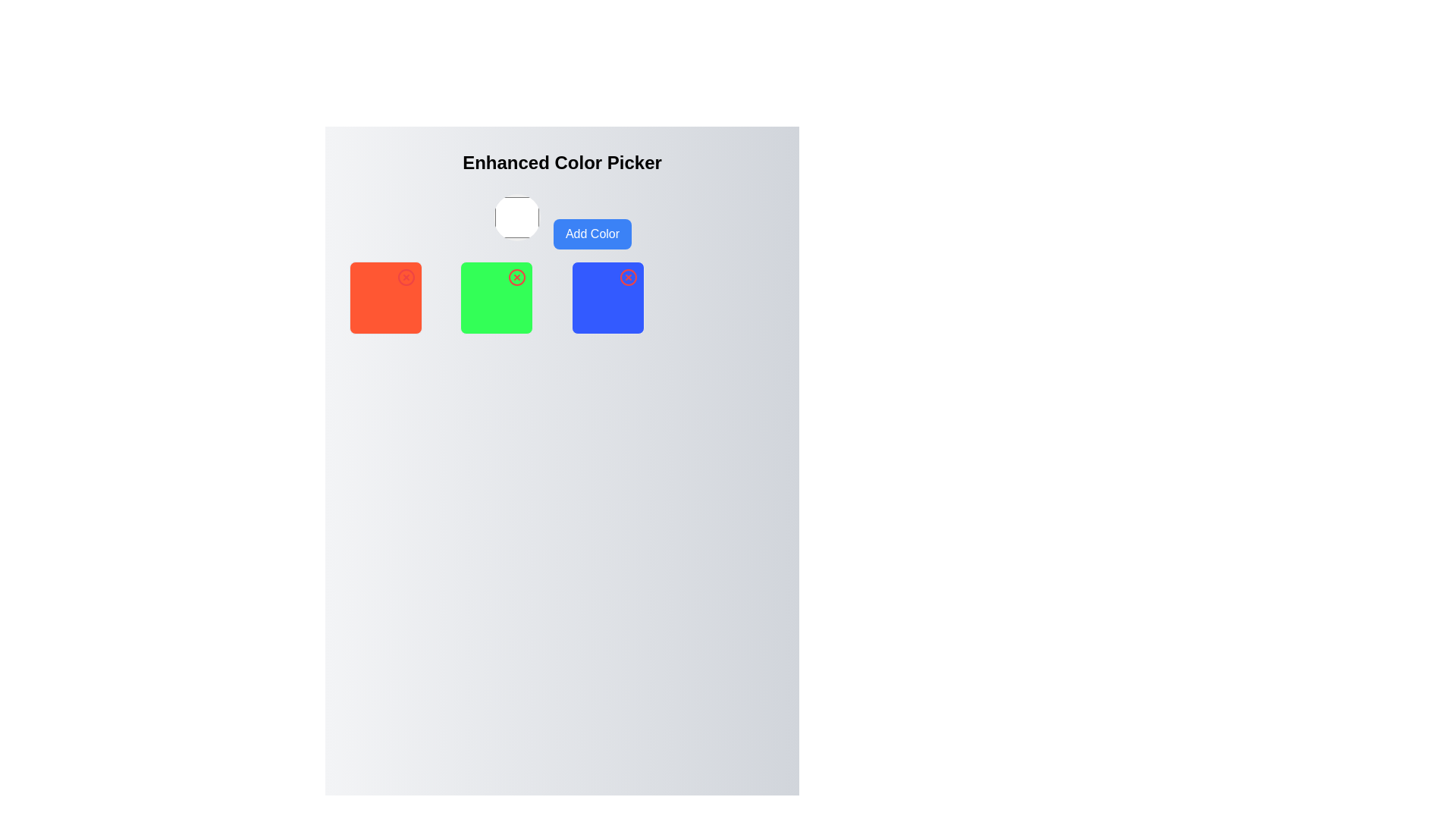 Image resolution: width=1456 pixels, height=819 pixels. What do you see at coordinates (561, 163) in the screenshot?
I see `the 'Enhanced Color Picker' text display` at bounding box center [561, 163].